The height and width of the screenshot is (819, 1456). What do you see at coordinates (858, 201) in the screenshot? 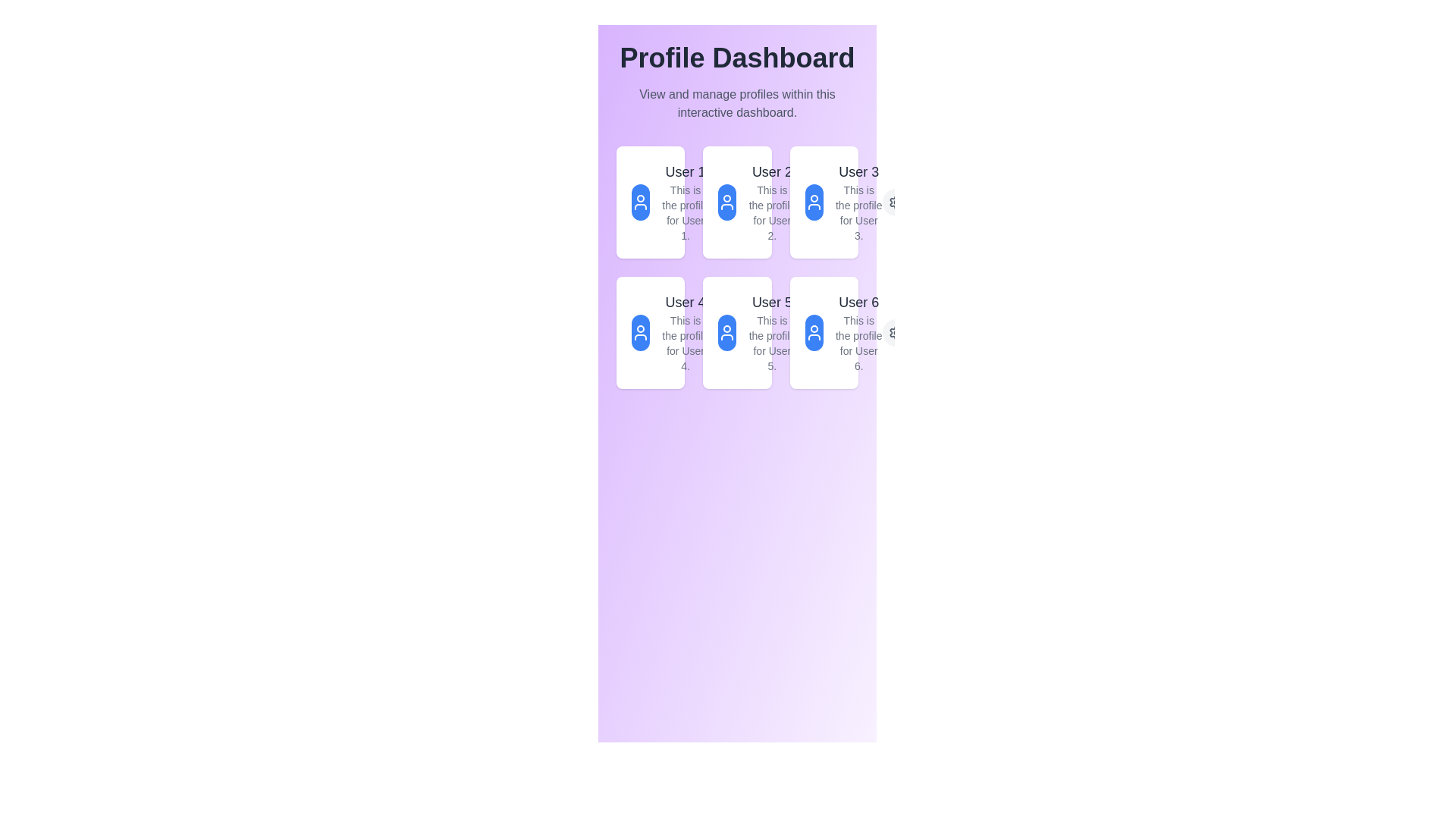
I see `the user profile summary text block displaying 'User 3' located in the top-right portion of the grid layout` at bounding box center [858, 201].